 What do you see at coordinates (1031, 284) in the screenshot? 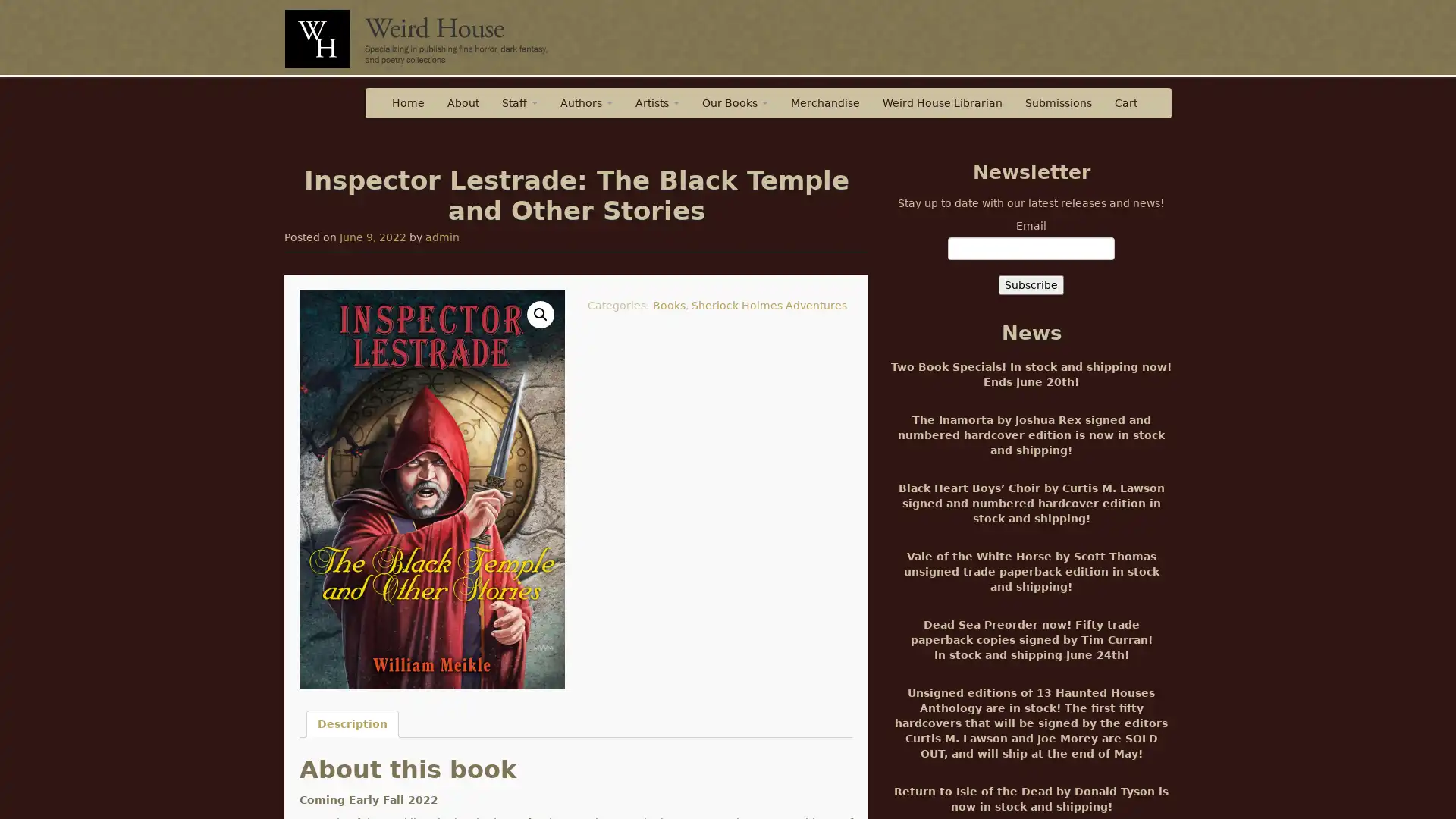
I see `Subscribe` at bounding box center [1031, 284].